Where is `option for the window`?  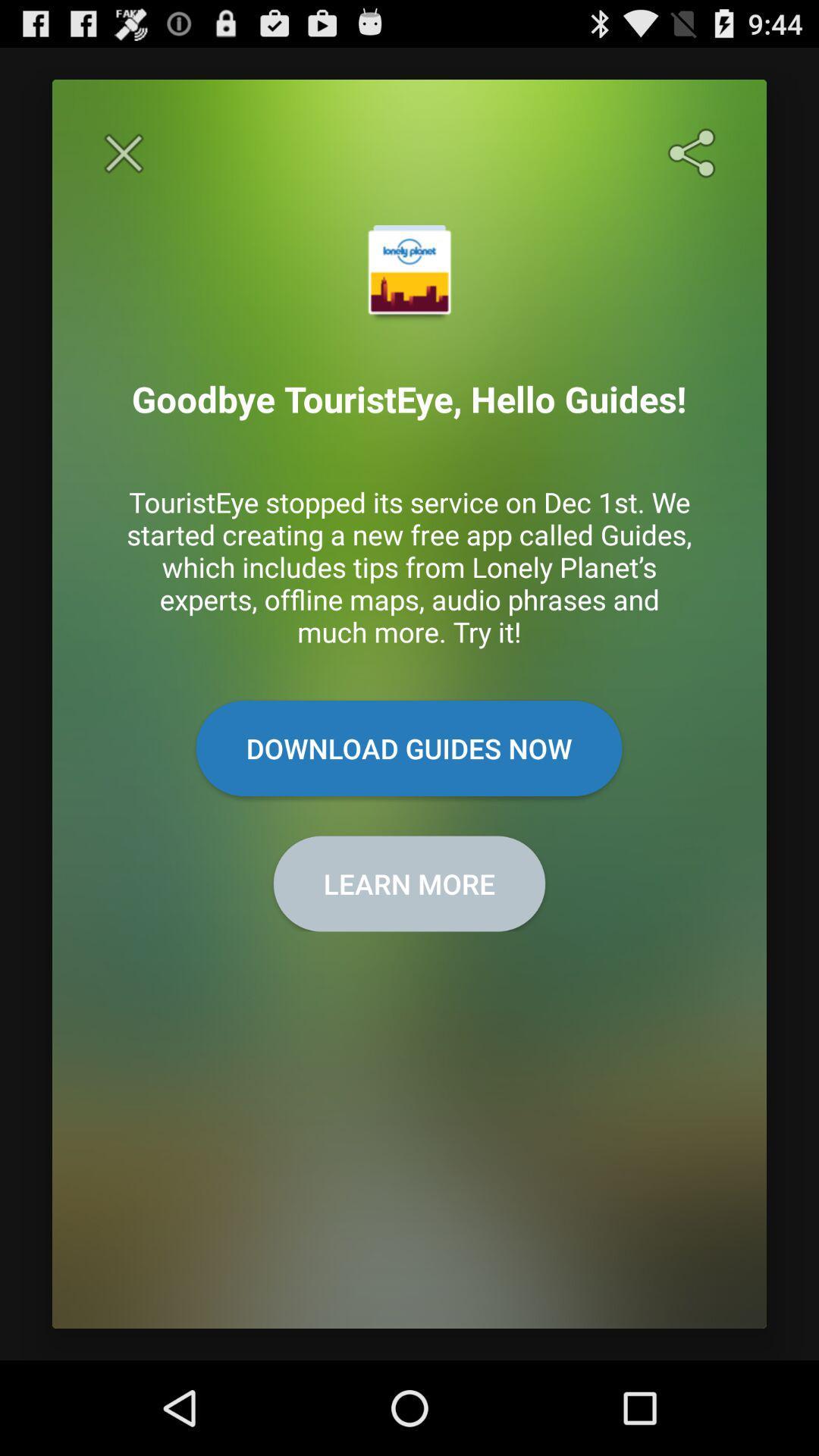 option for the window is located at coordinates (123, 153).